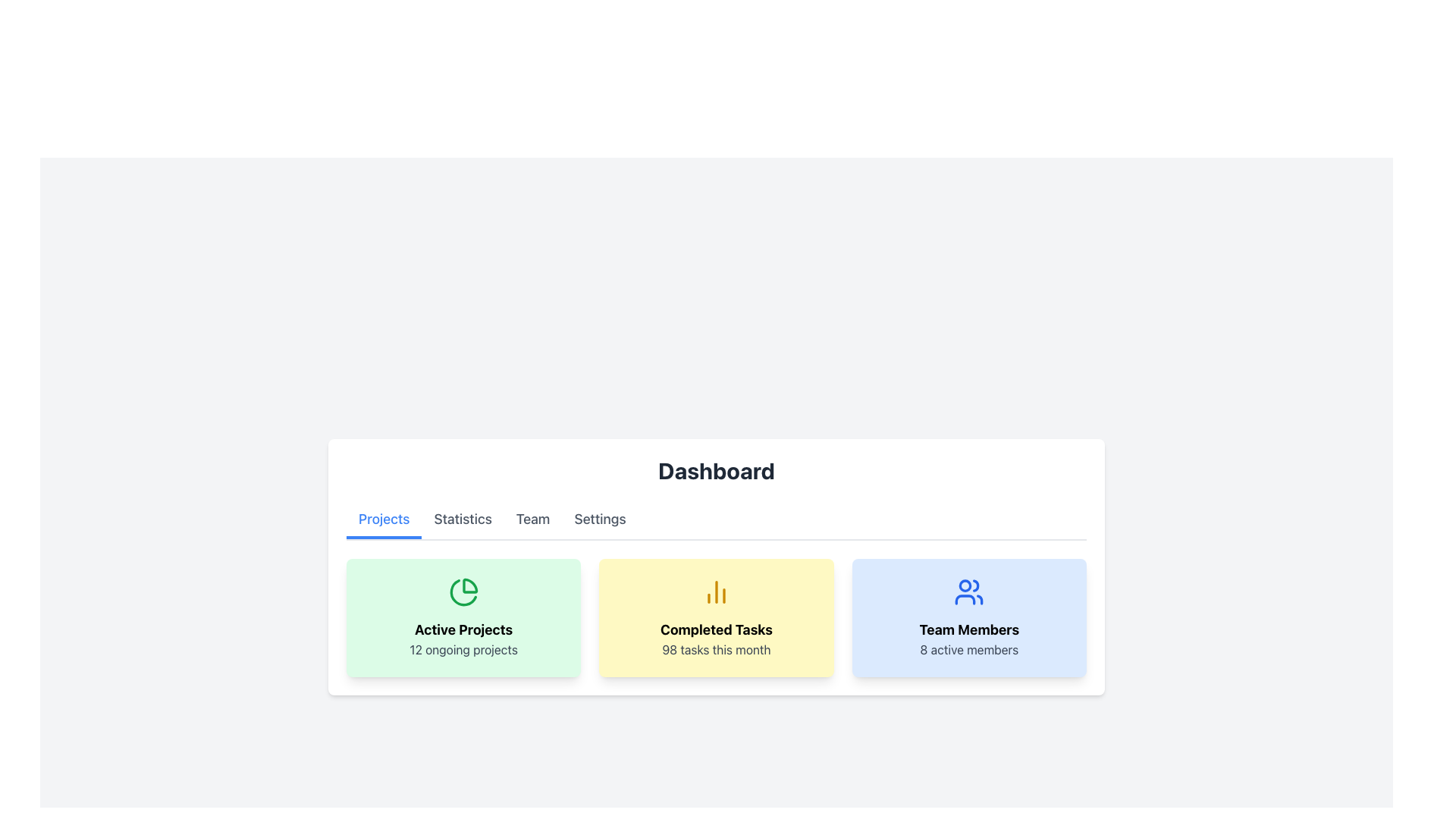 The height and width of the screenshot is (819, 1456). I want to click on text label that displays 'Completed Tasks', which is styled in bold and large font on a yellow card, located at the center top of the card, so click(716, 629).